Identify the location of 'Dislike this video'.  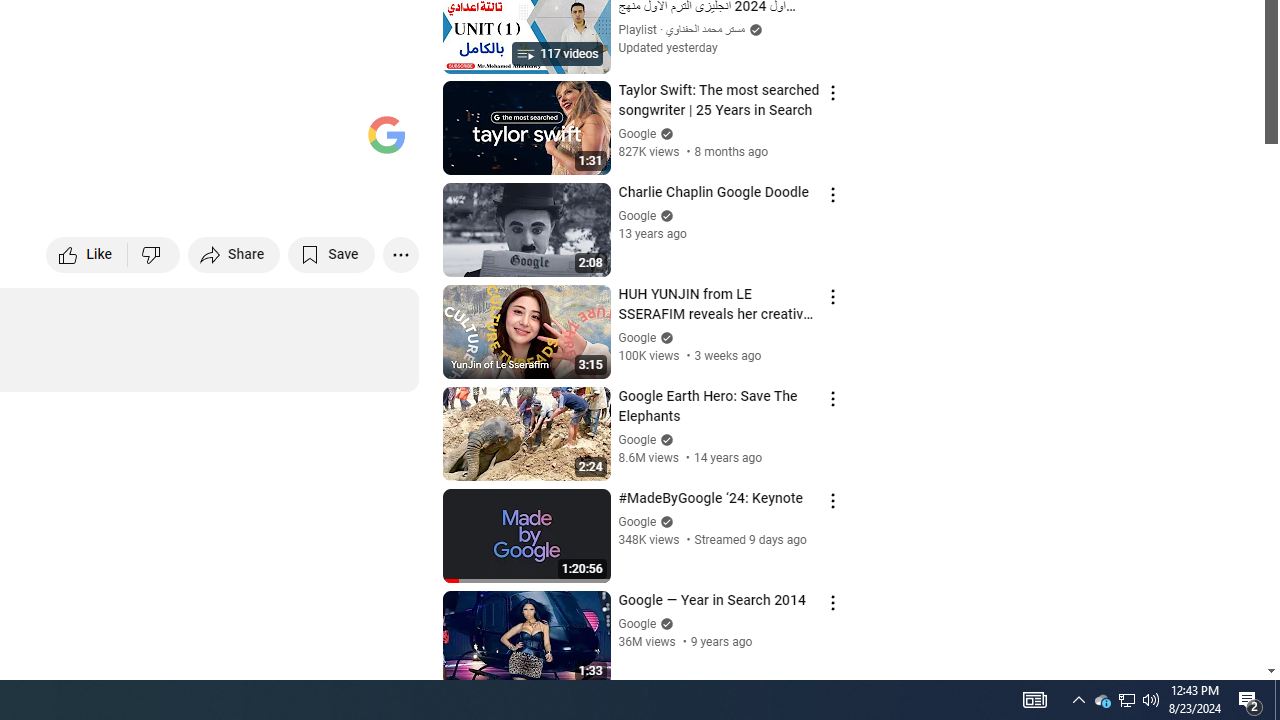
(153, 253).